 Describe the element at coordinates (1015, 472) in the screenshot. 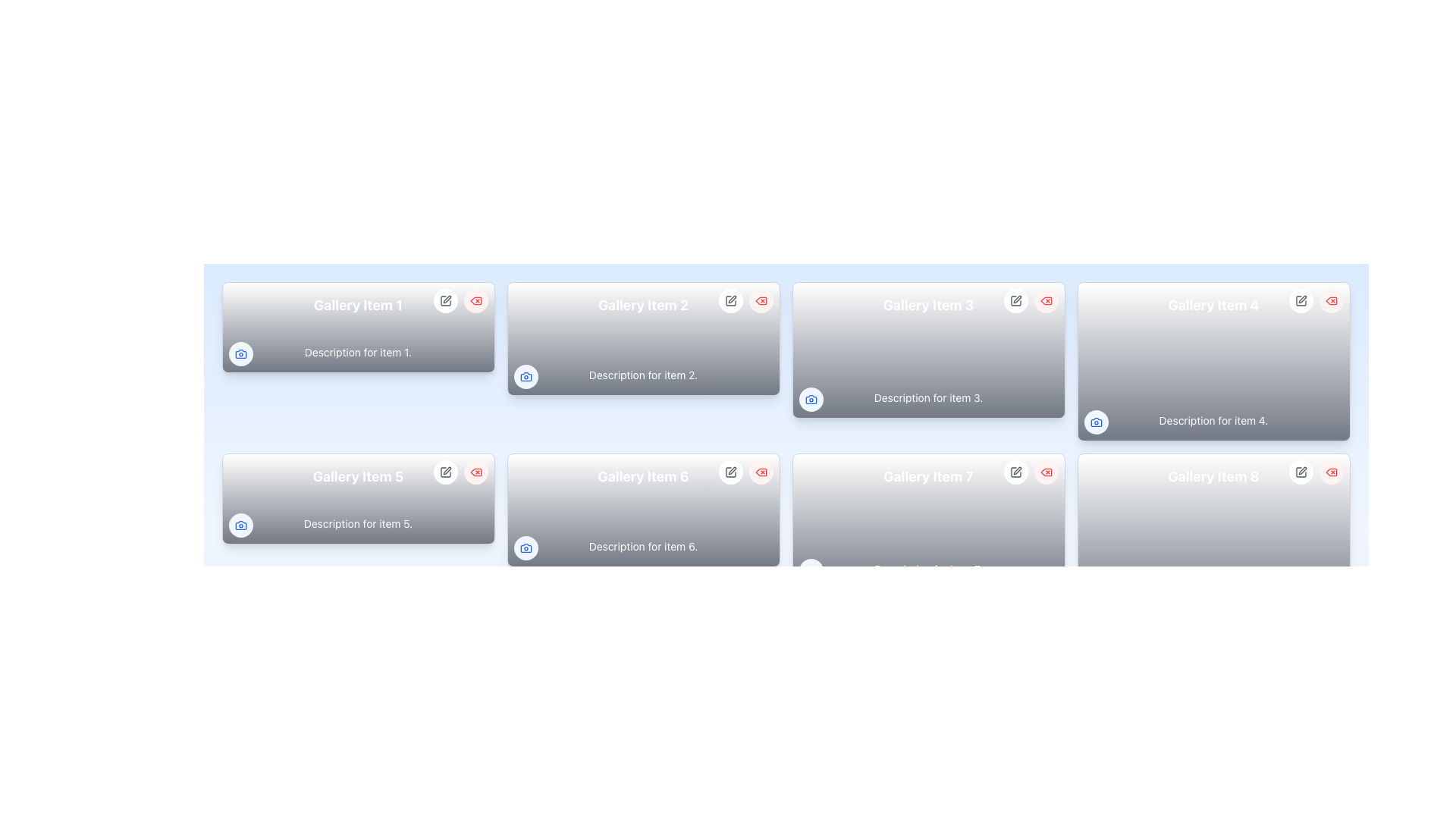

I see `the edit icon button located in the top-right corner of 'Gallery Item 7' to initiate the edit action` at that location.